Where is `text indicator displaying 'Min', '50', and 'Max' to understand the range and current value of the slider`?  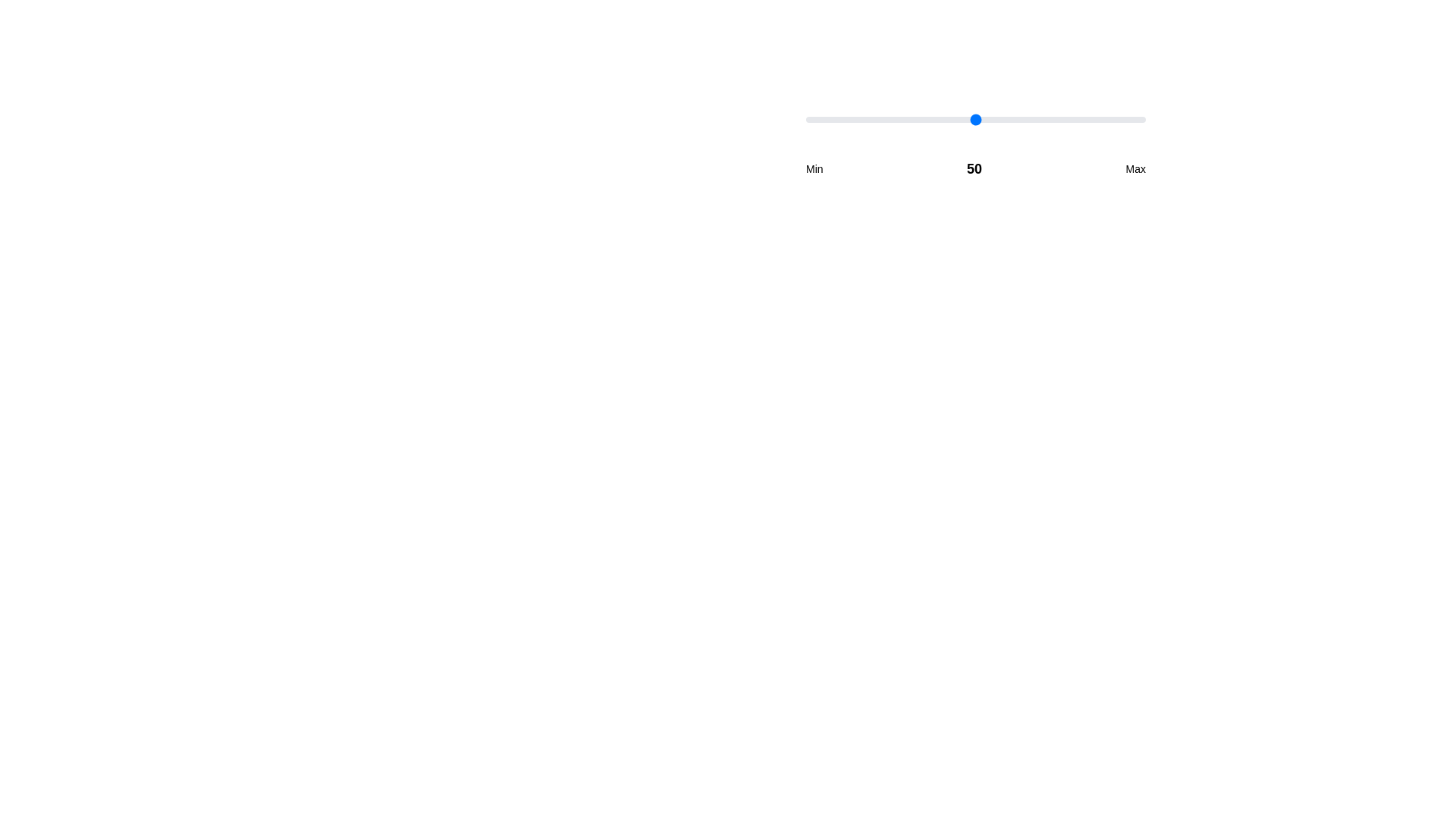 text indicator displaying 'Min', '50', and 'Max' to understand the range and current value of the slider is located at coordinates (975, 169).